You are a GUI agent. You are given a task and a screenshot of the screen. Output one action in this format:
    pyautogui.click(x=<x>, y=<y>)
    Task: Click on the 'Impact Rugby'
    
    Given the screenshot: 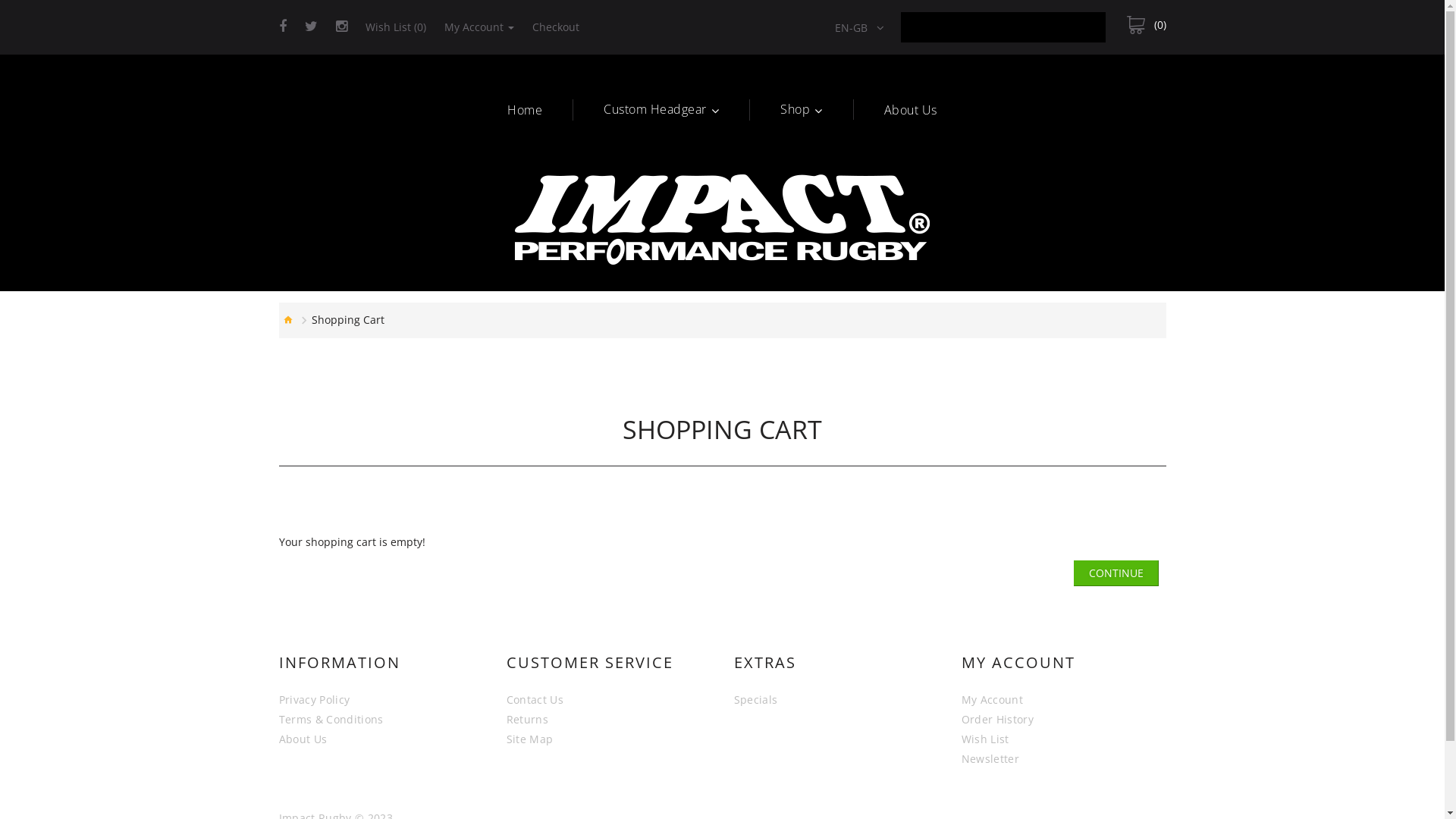 What is the action you would take?
    pyautogui.click(x=720, y=219)
    